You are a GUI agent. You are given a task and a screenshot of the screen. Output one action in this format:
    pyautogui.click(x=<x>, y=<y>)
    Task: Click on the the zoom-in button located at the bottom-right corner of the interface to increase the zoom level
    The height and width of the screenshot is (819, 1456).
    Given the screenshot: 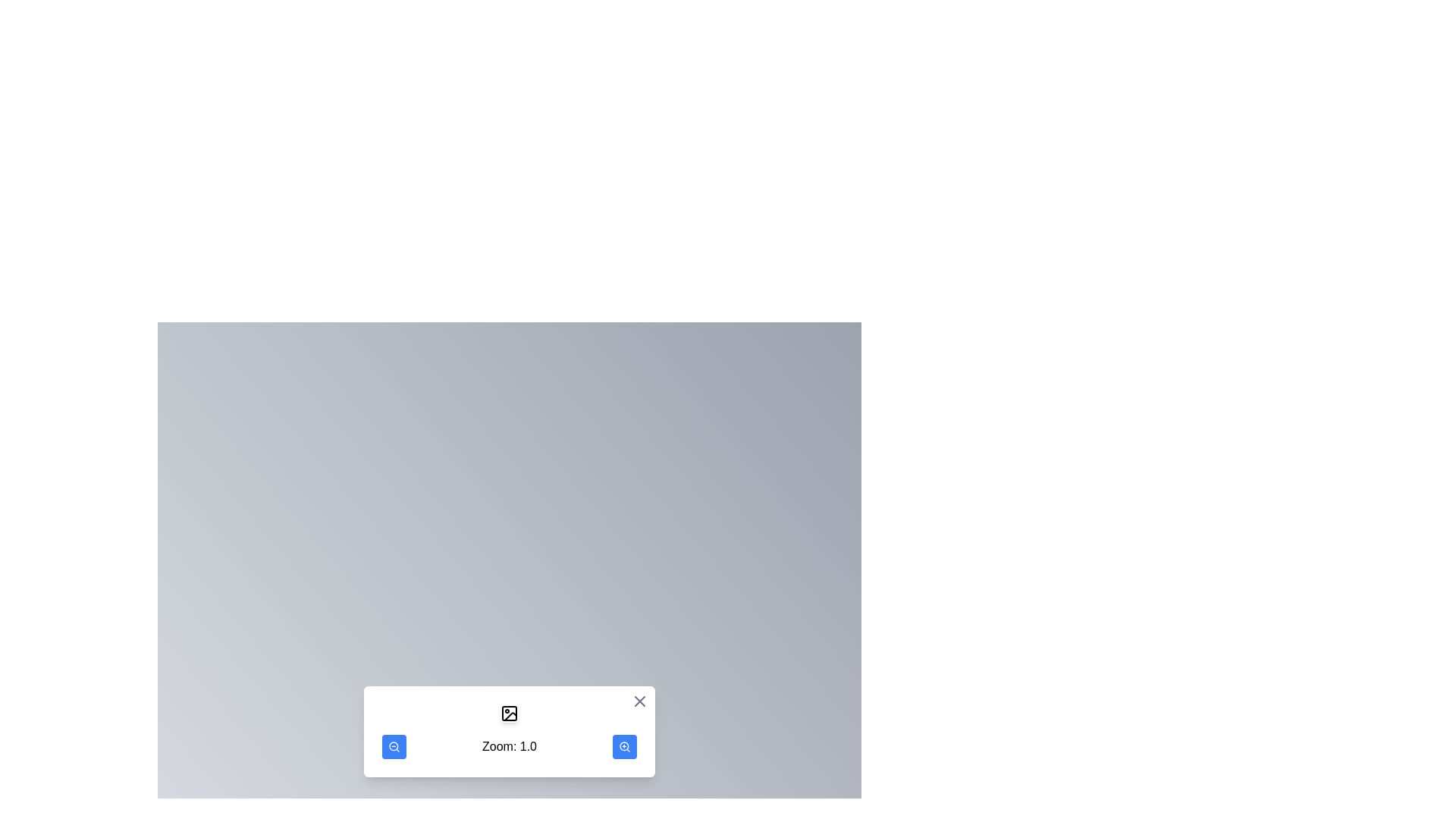 What is the action you would take?
    pyautogui.click(x=625, y=745)
    